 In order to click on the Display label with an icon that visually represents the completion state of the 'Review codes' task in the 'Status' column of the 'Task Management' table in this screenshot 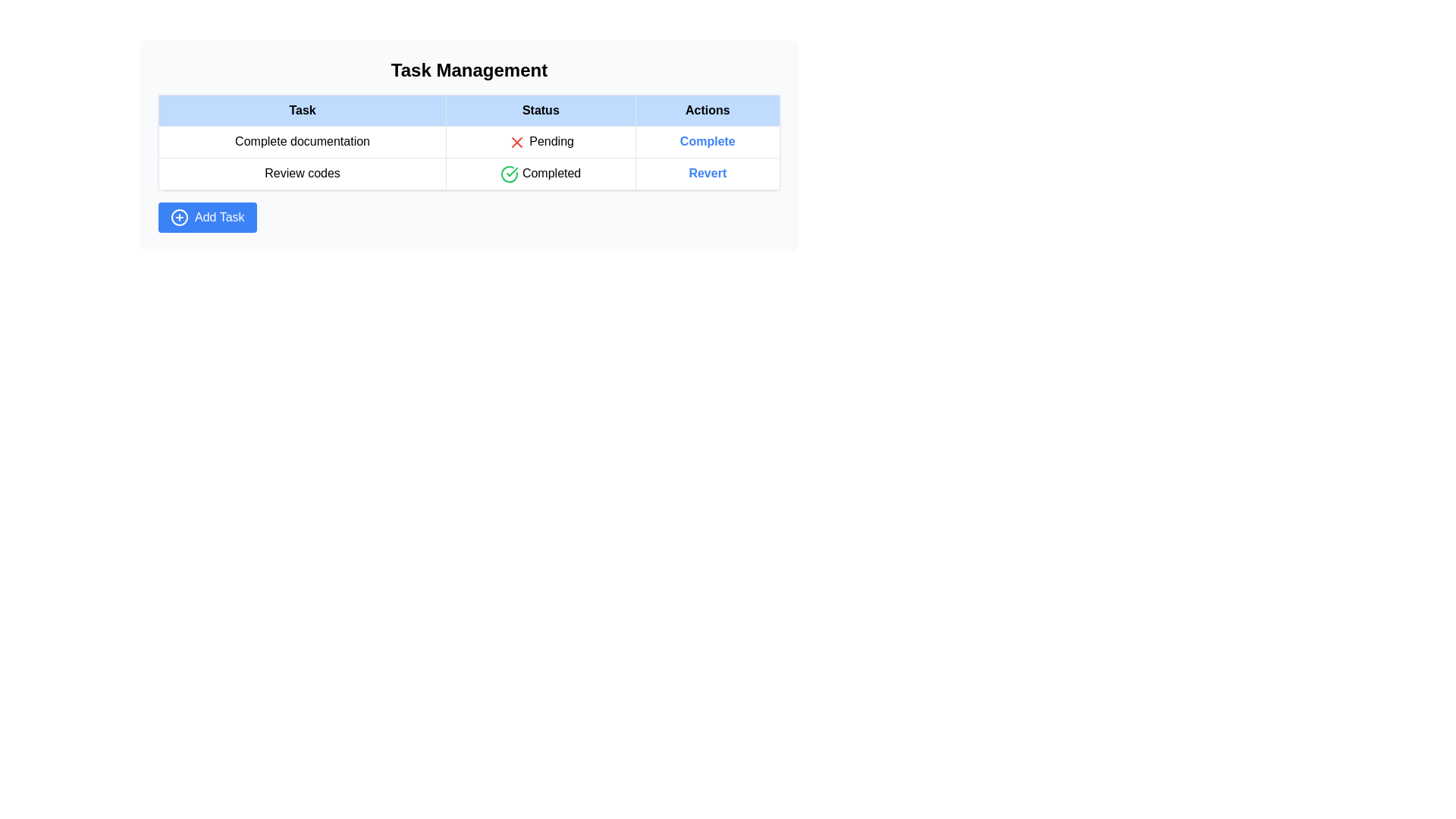, I will do `click(541, 173)`.